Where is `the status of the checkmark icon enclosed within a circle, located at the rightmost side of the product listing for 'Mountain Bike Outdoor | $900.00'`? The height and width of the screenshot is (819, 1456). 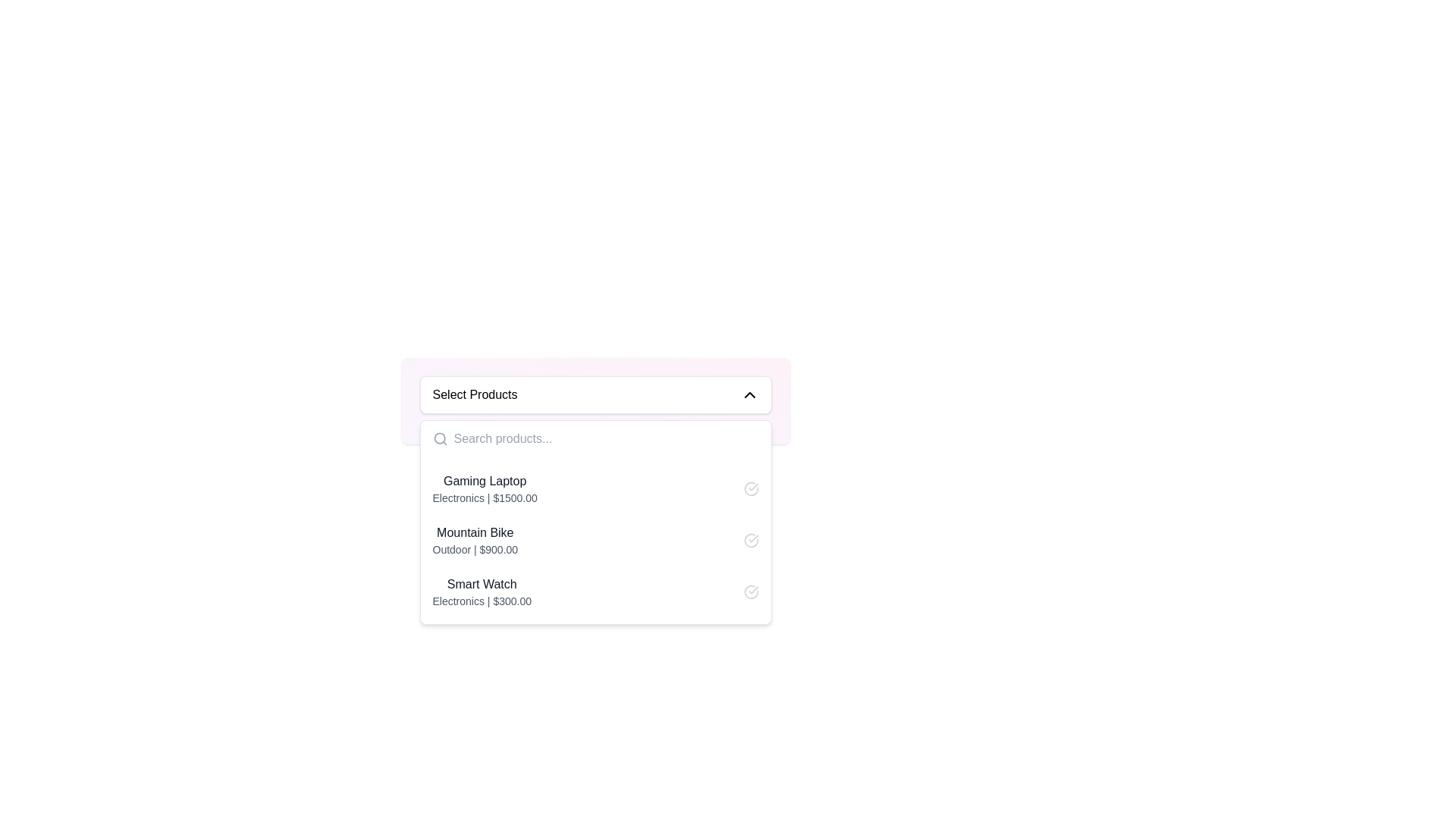
the status of the checkmark icon enclosed within a circle, located at the rightmost side of the product listing for 'Mountain Bike Outdoor | $900.00' is located at coordinates (751, 540).